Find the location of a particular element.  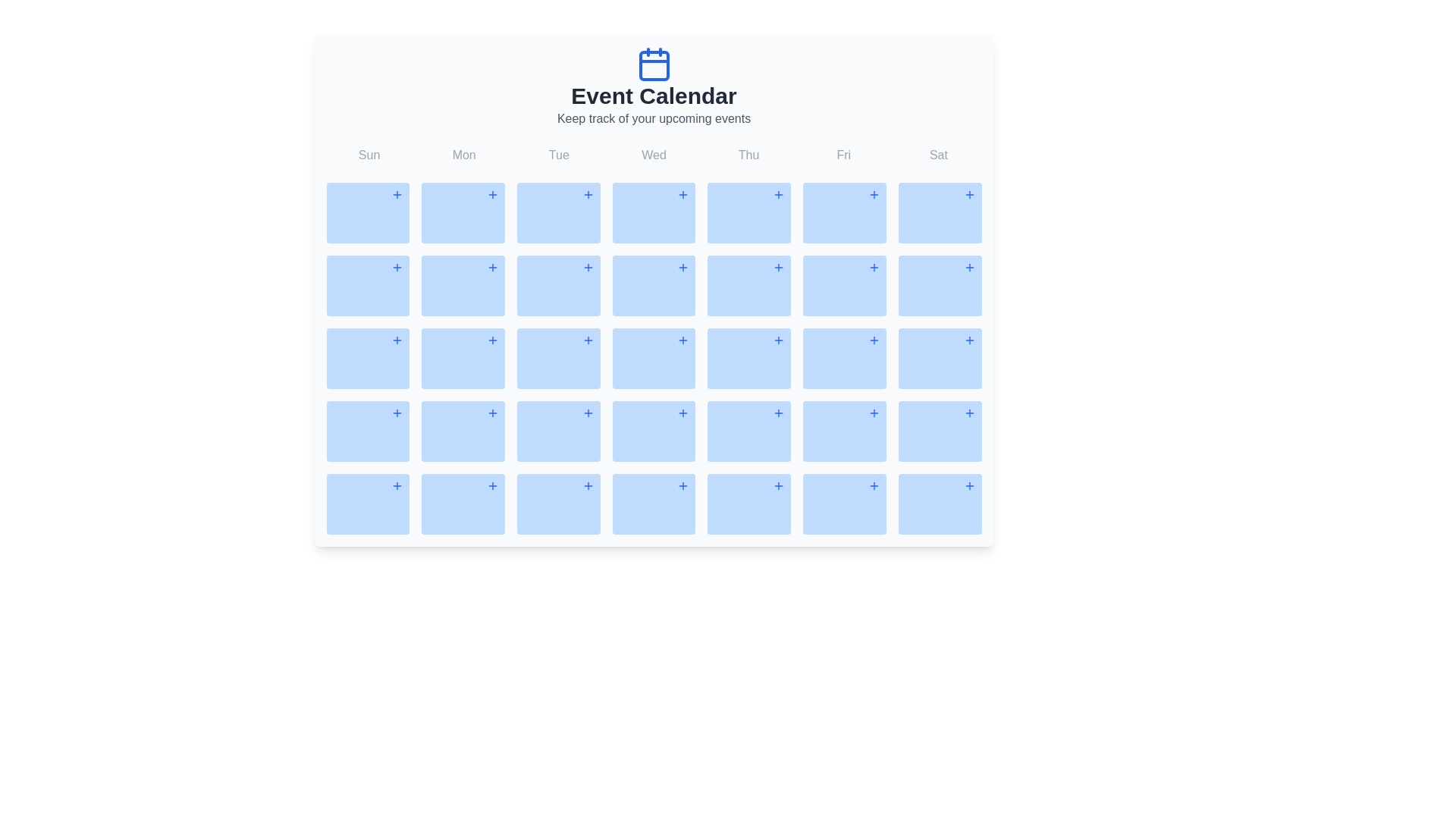

the blue '+' icon button located in the top-right corner of the calendar day cell in the second row and first column is located at coordinates (397, 339).